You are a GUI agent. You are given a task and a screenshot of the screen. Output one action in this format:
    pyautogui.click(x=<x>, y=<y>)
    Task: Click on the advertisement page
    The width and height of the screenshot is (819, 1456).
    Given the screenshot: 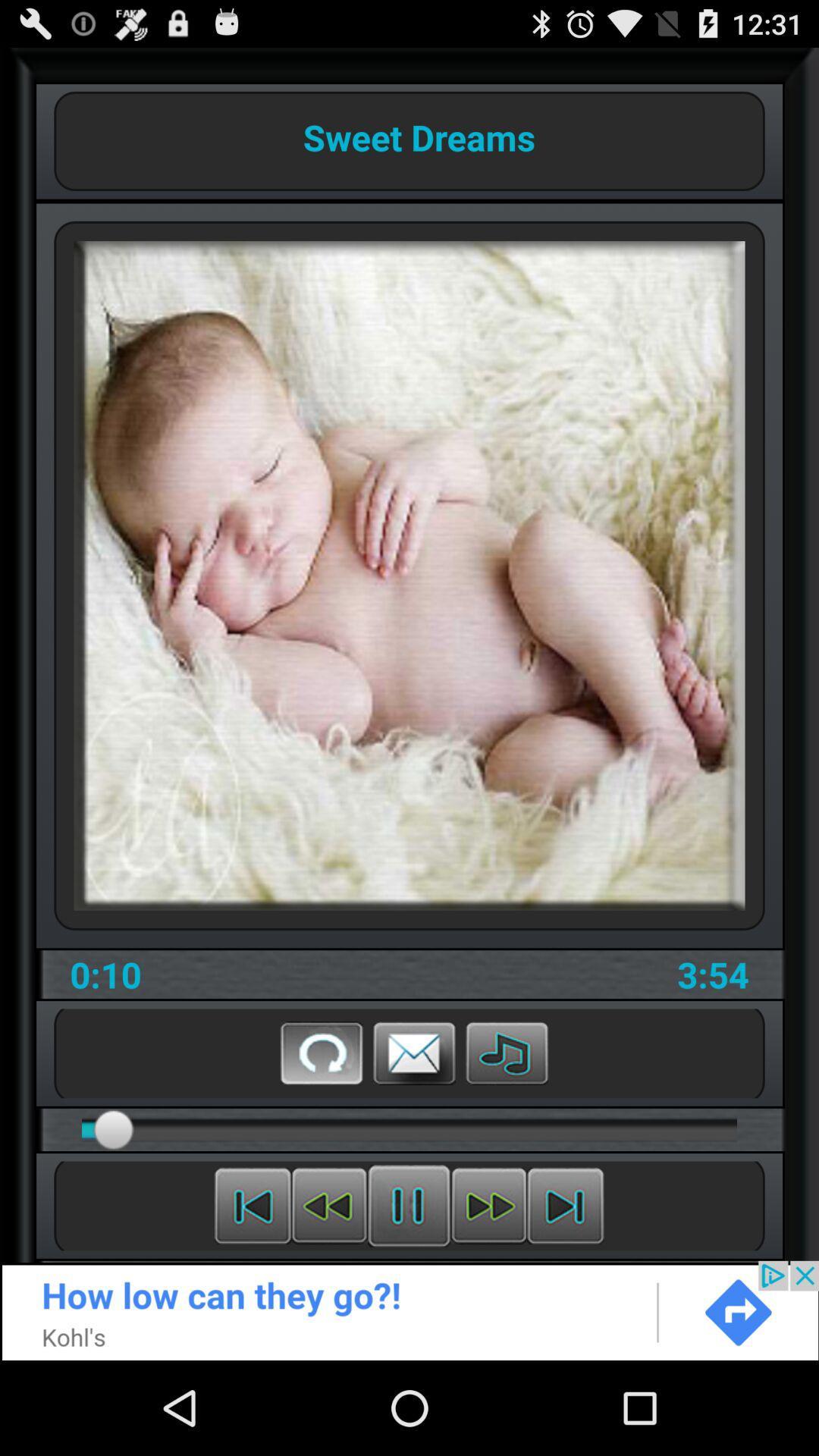 What is the action you would take?
    pyautogui.click(x=409, y=1310)
    